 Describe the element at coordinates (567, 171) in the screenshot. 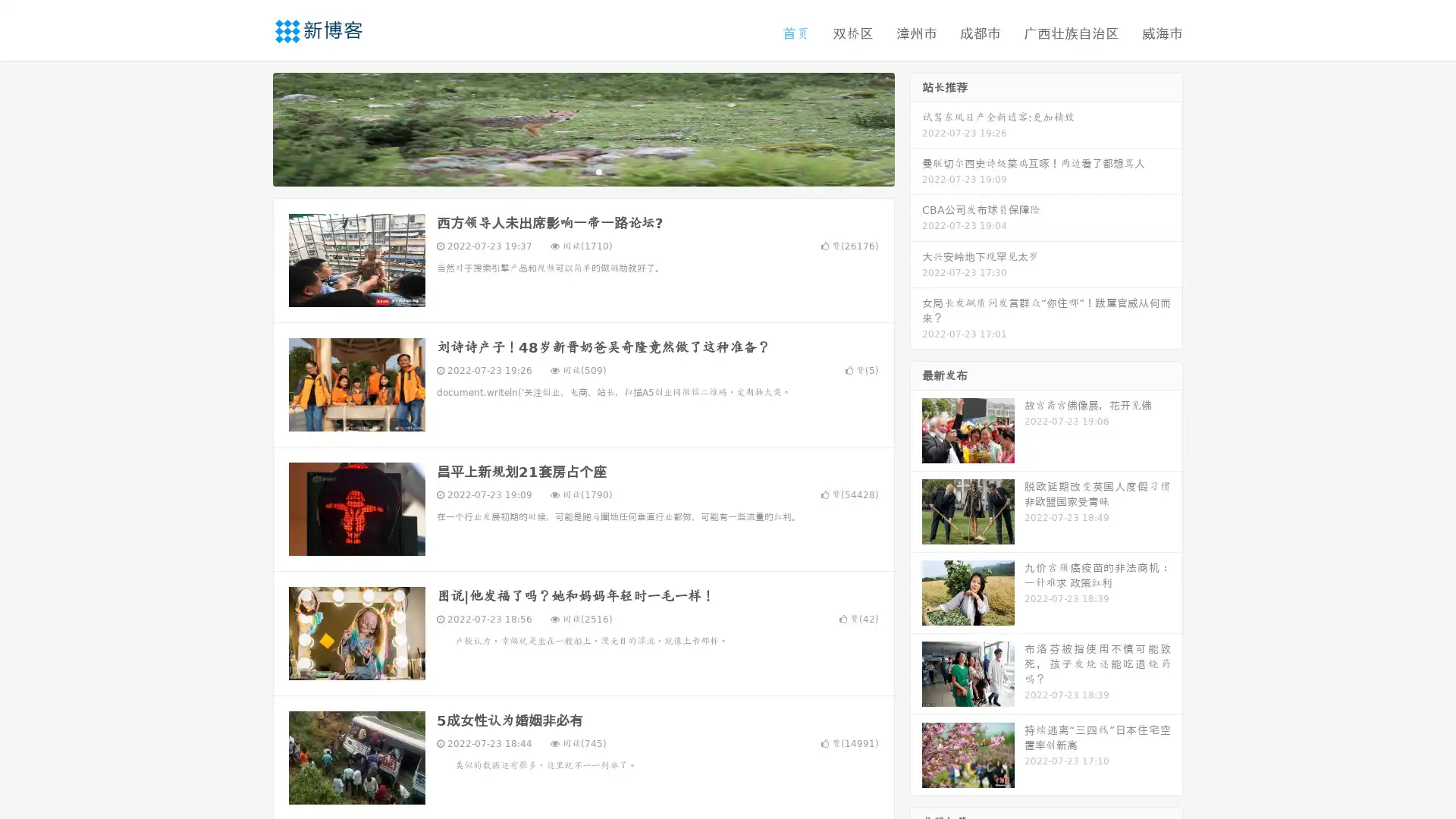

I see `Go to slide 1` at that location.